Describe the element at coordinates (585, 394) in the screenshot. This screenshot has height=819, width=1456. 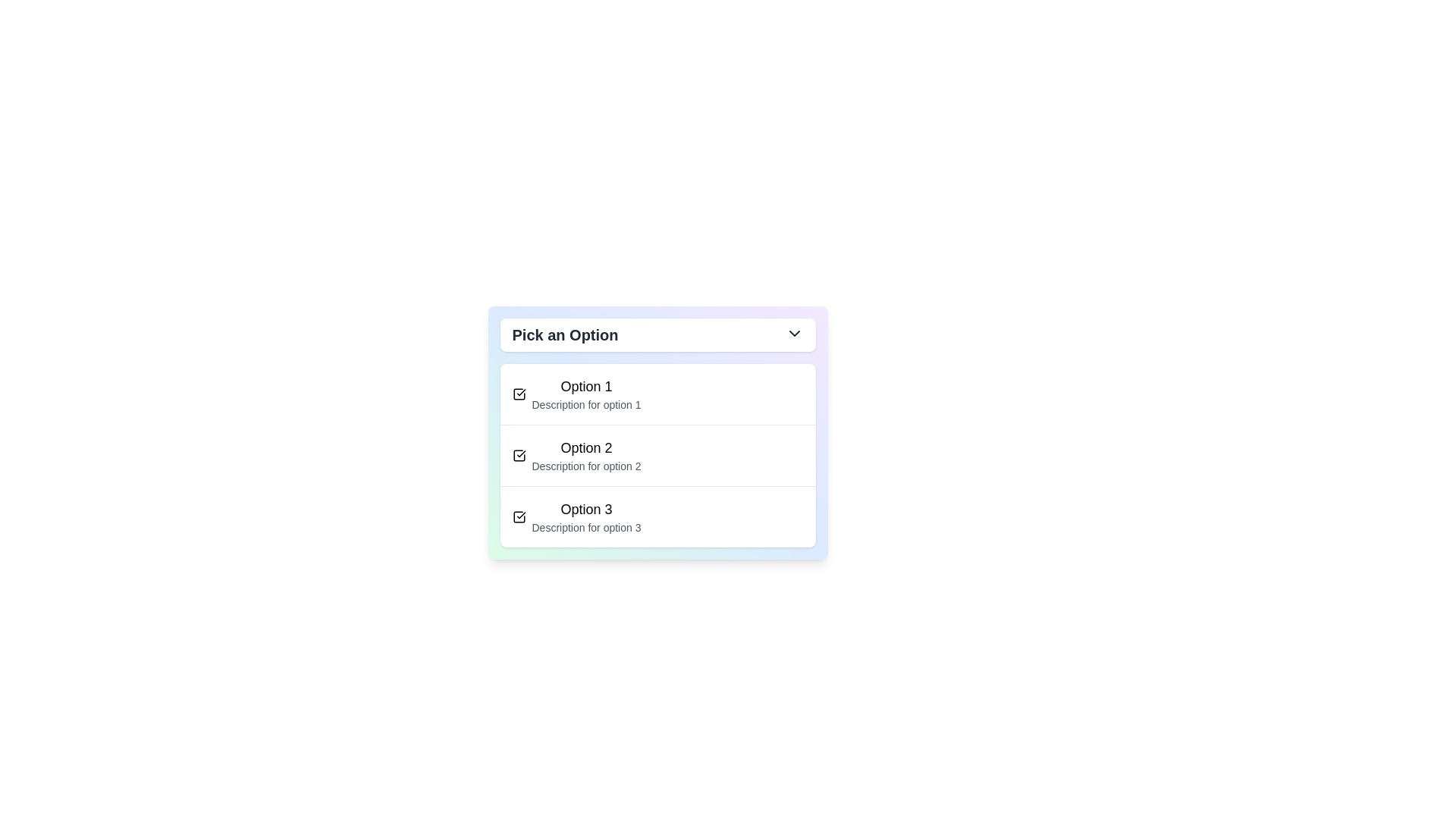
I see `the option 1 from the dropdown menu` at that location.